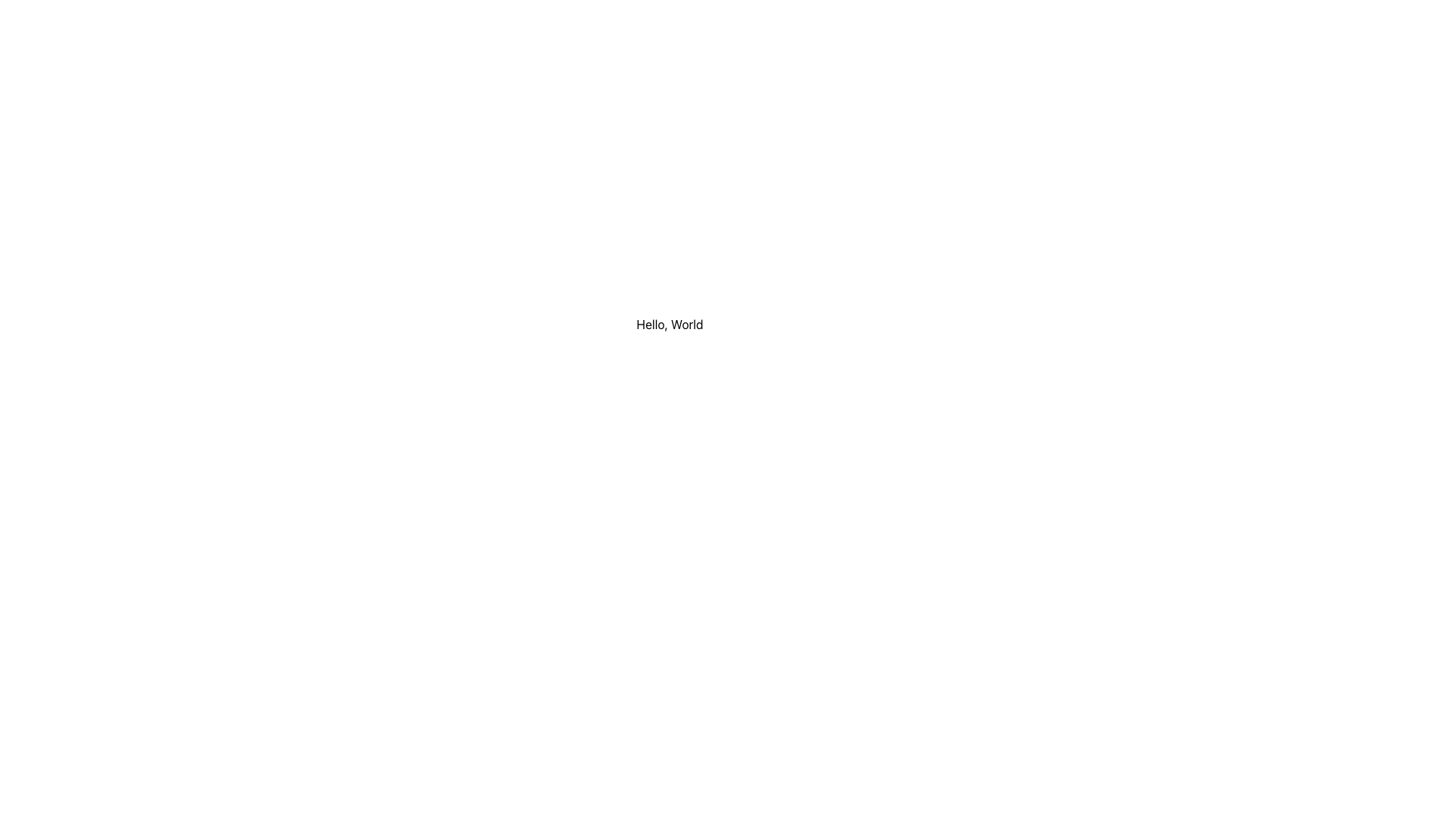 The height and width of the screenshot is (819, 1456). I want to click on the text element displaying 'Hello, World' in black font, which is centered horizontally within a white background, so click(669, 324).